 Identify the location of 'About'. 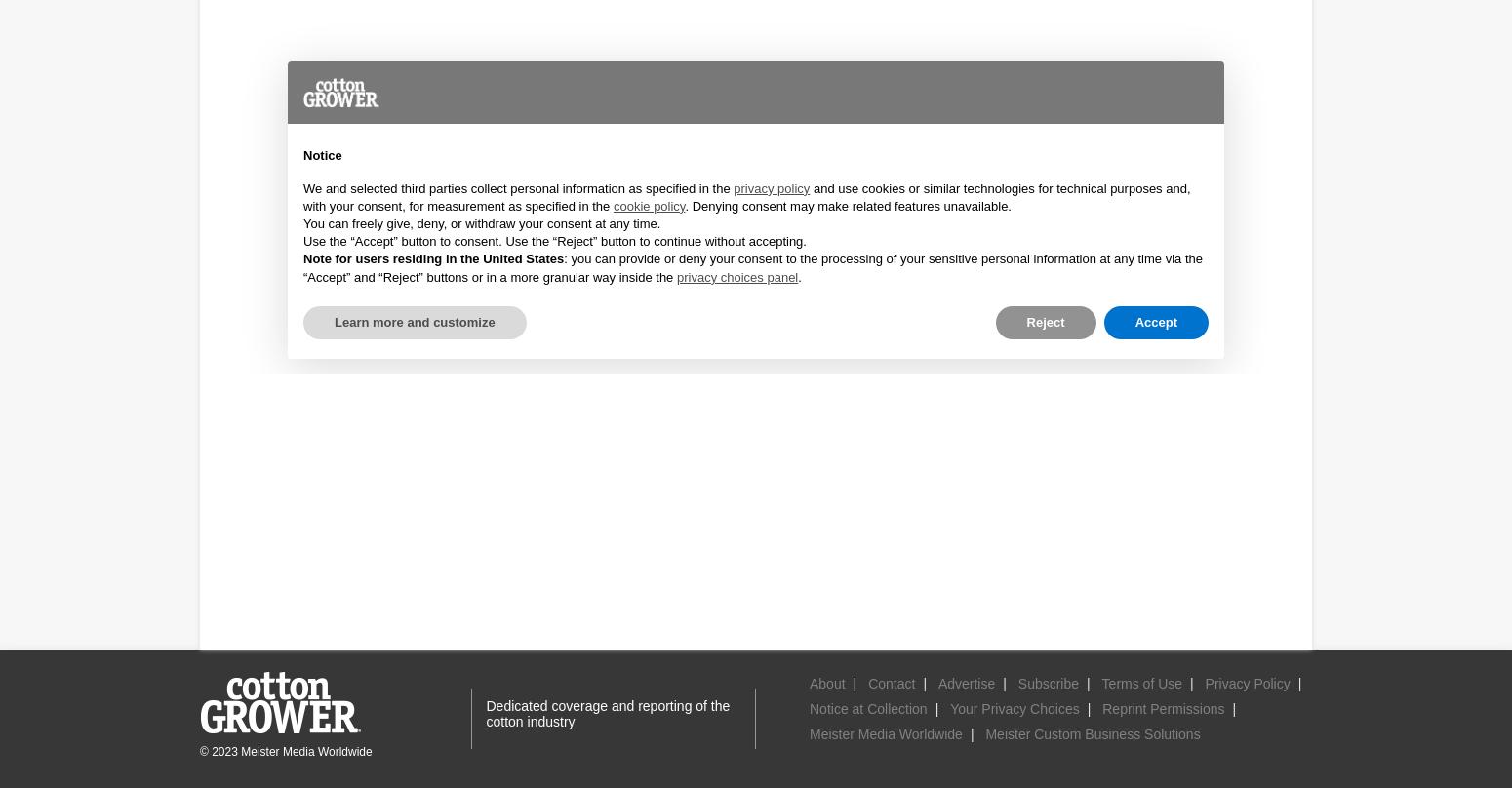
(826, 684).